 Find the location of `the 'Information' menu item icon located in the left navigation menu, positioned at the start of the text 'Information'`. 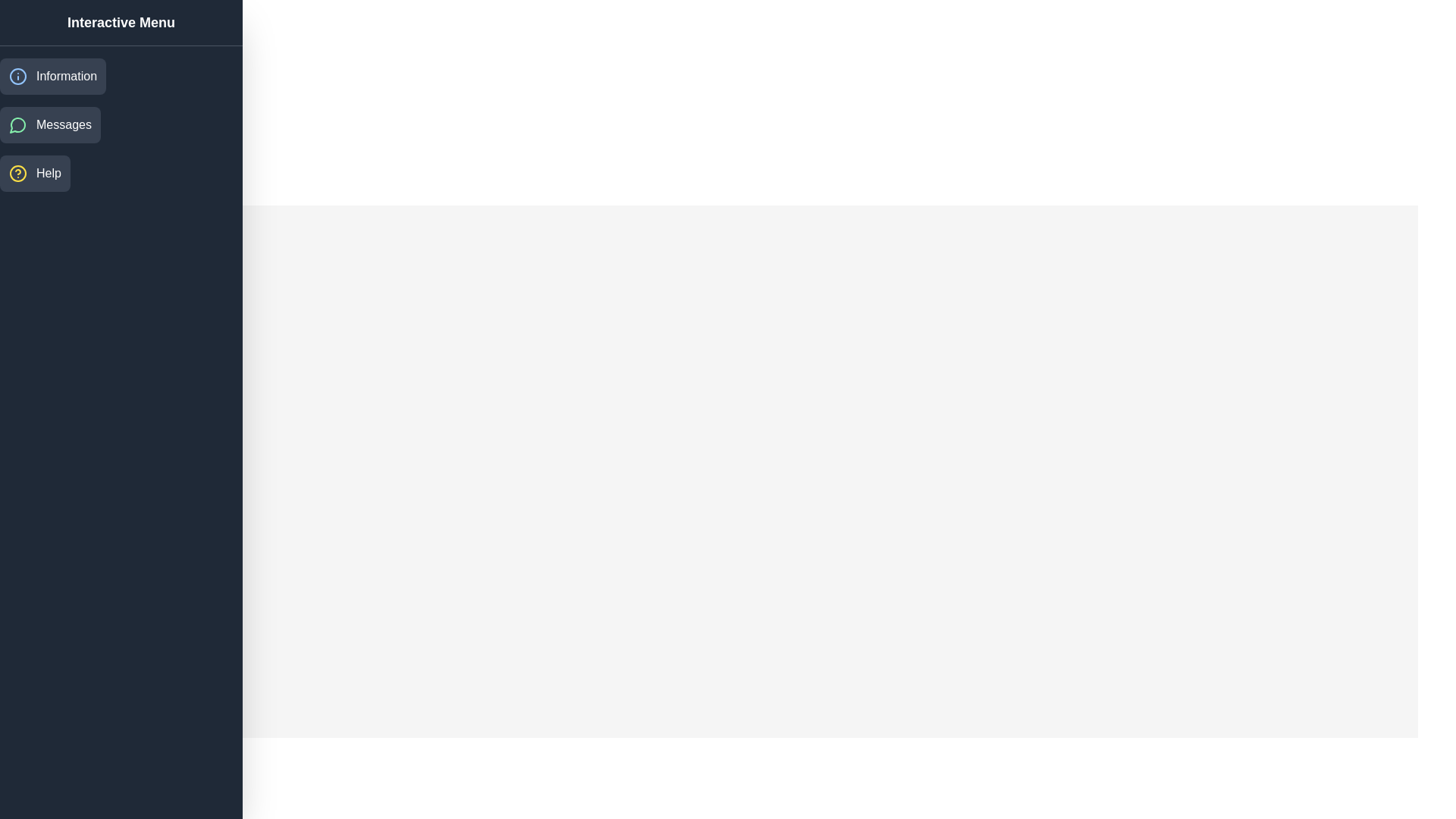

the 'Information' menu item icon located in the left navigation menu, positioned at the start of the text 'Information' is located at coordinates (18, 76).